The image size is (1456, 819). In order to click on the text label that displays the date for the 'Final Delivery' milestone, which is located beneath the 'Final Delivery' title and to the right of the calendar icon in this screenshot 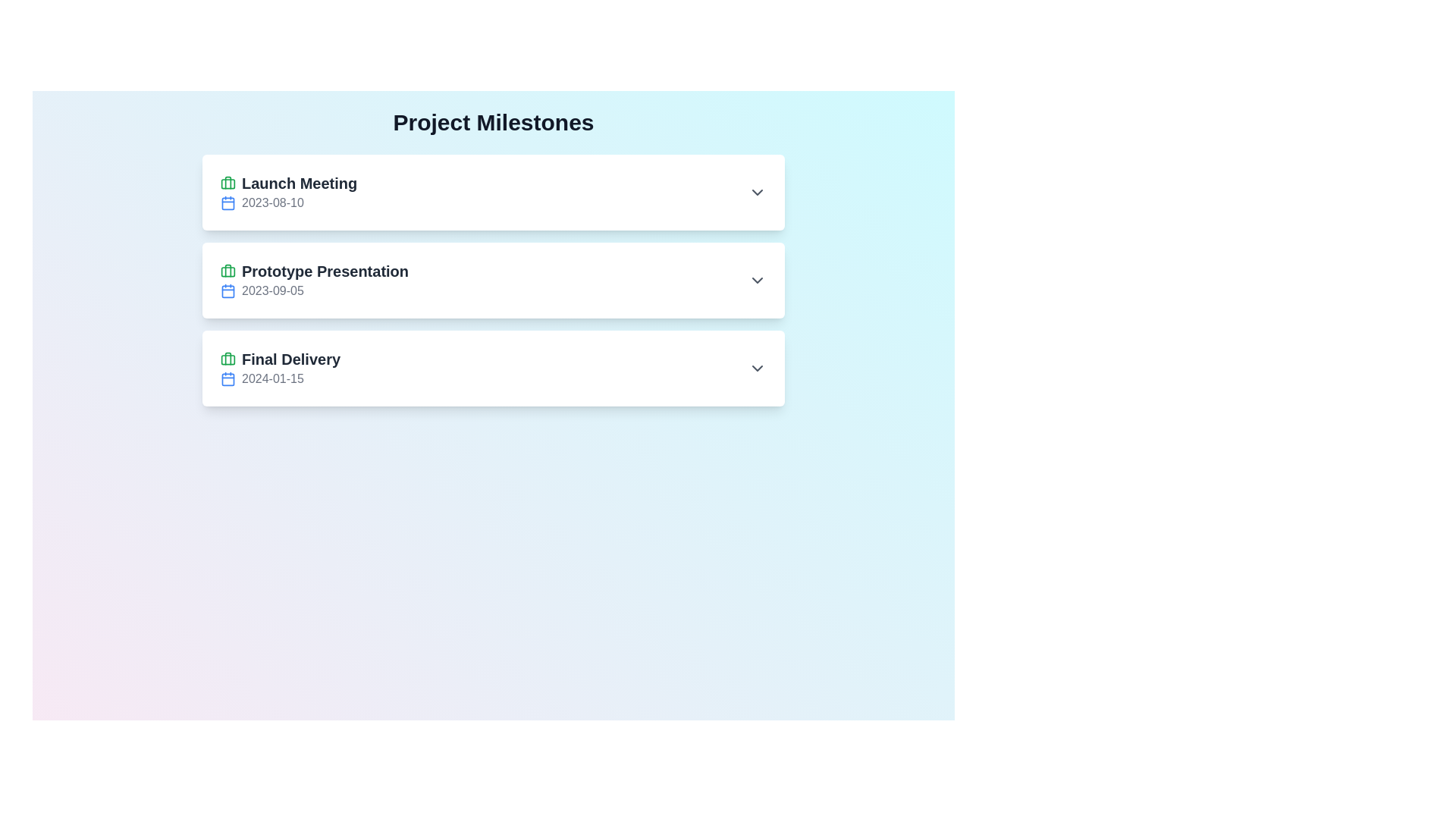, I will do `click(280, 378)`.